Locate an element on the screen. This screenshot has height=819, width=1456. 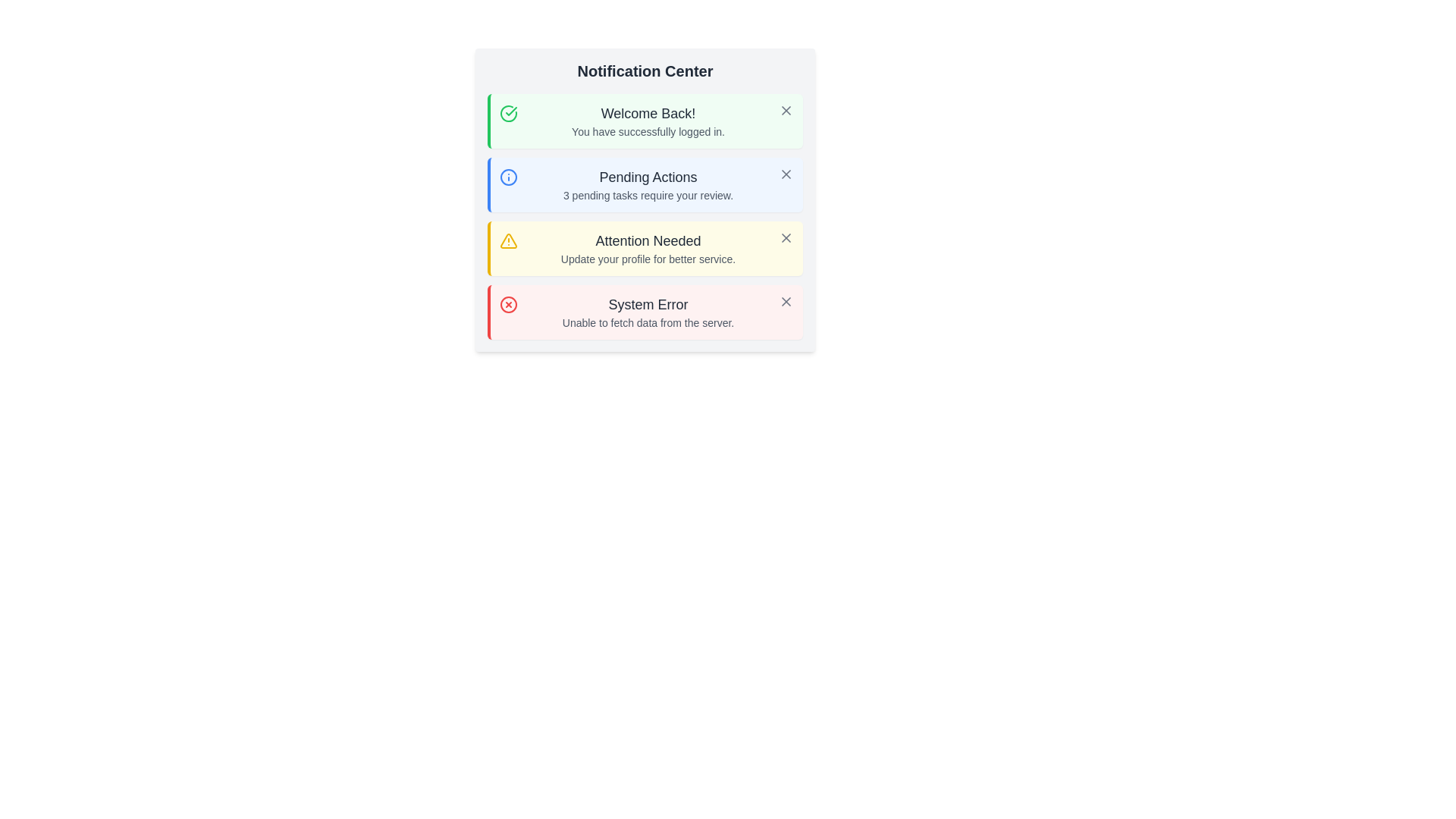
text from the Alert box that informs the user about the necessity to update their profile for improved service is located at coordinates (645, 247).